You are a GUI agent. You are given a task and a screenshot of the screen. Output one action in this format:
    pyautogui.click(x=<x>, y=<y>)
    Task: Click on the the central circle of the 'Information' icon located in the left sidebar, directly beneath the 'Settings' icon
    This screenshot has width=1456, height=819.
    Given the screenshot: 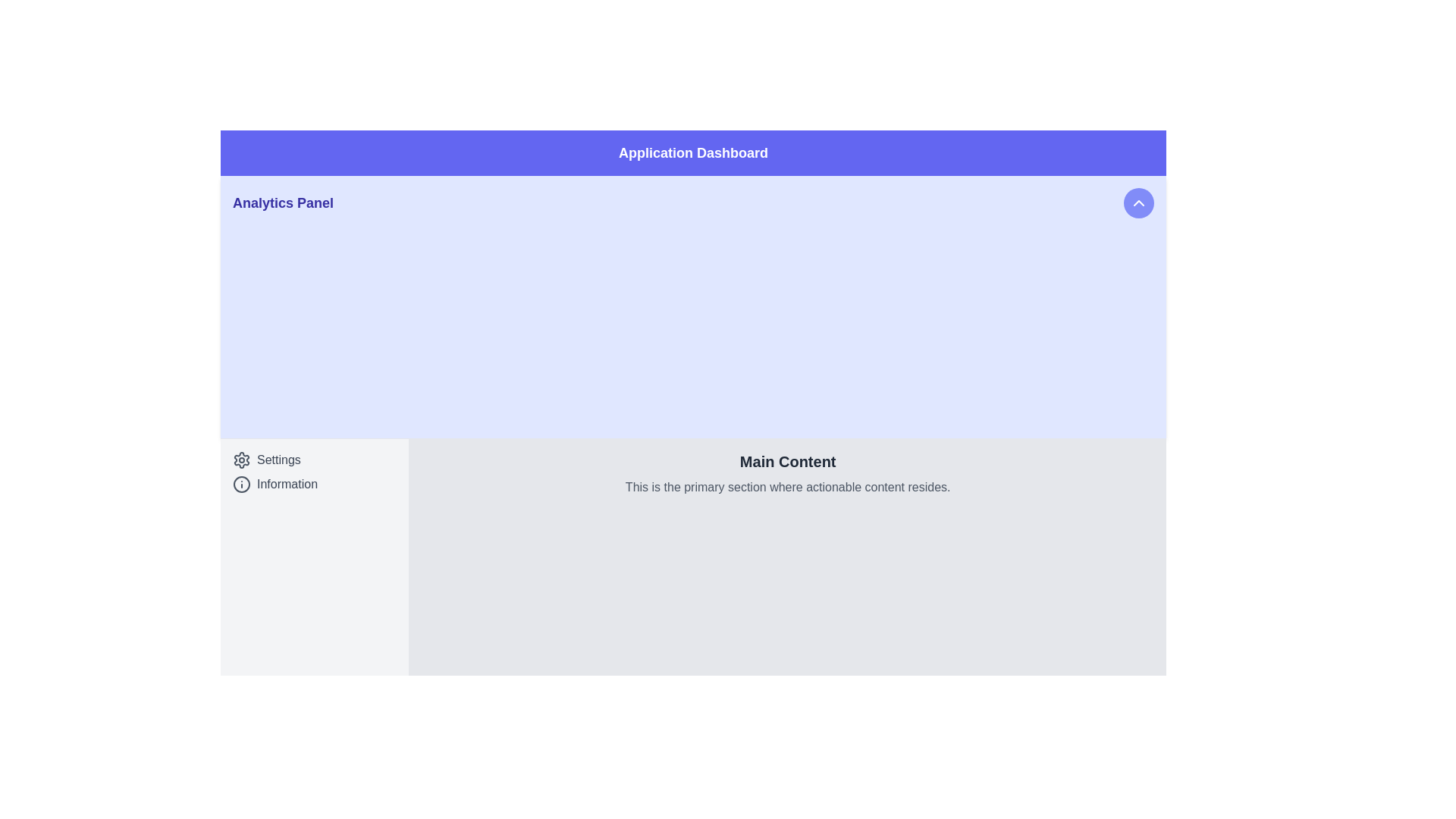 What is the action you would take?
    pyautogui.click(x=240, y=484)
    